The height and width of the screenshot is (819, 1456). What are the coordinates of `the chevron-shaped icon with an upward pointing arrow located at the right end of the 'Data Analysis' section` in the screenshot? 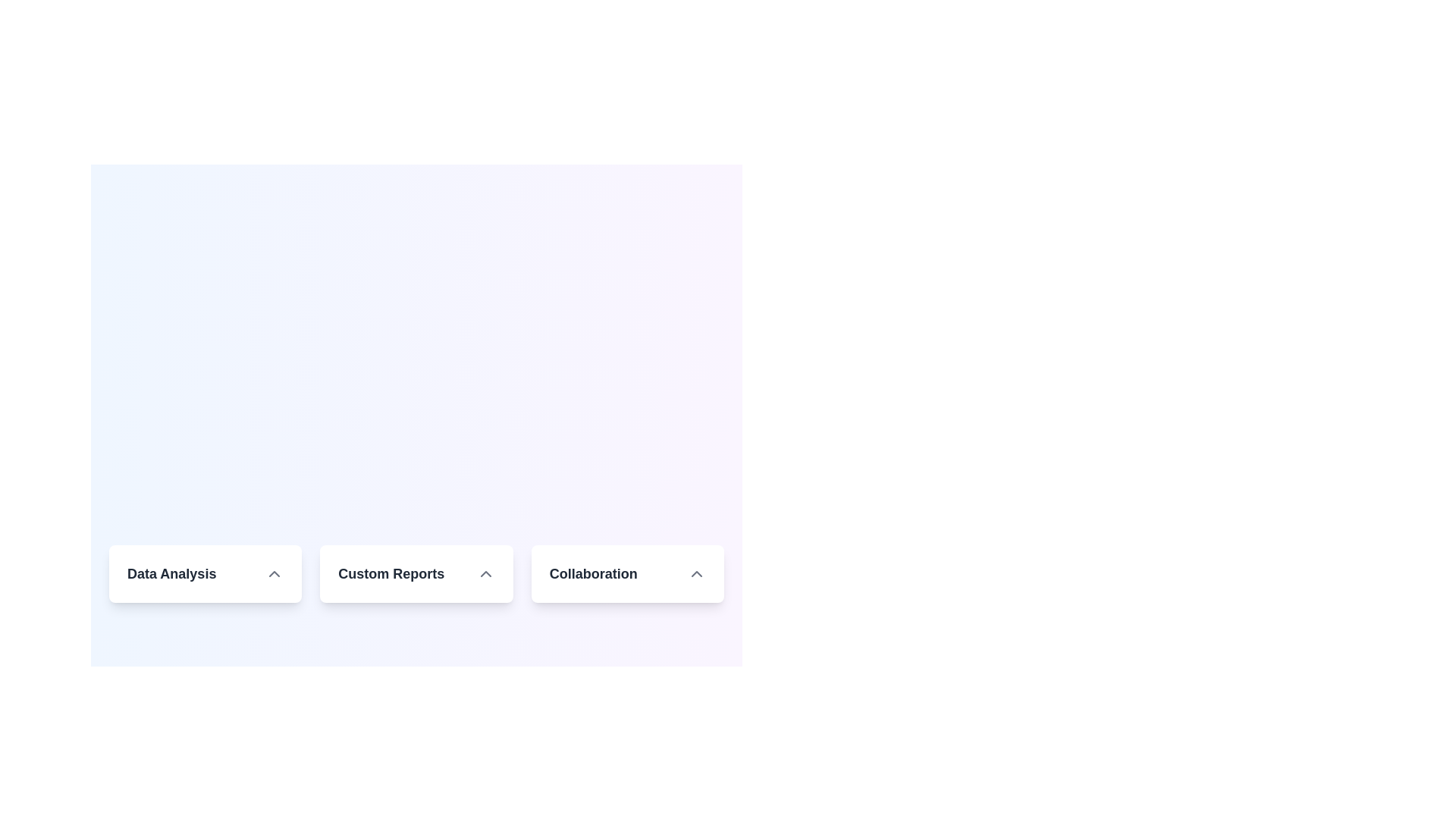 It's located at (275, 573).